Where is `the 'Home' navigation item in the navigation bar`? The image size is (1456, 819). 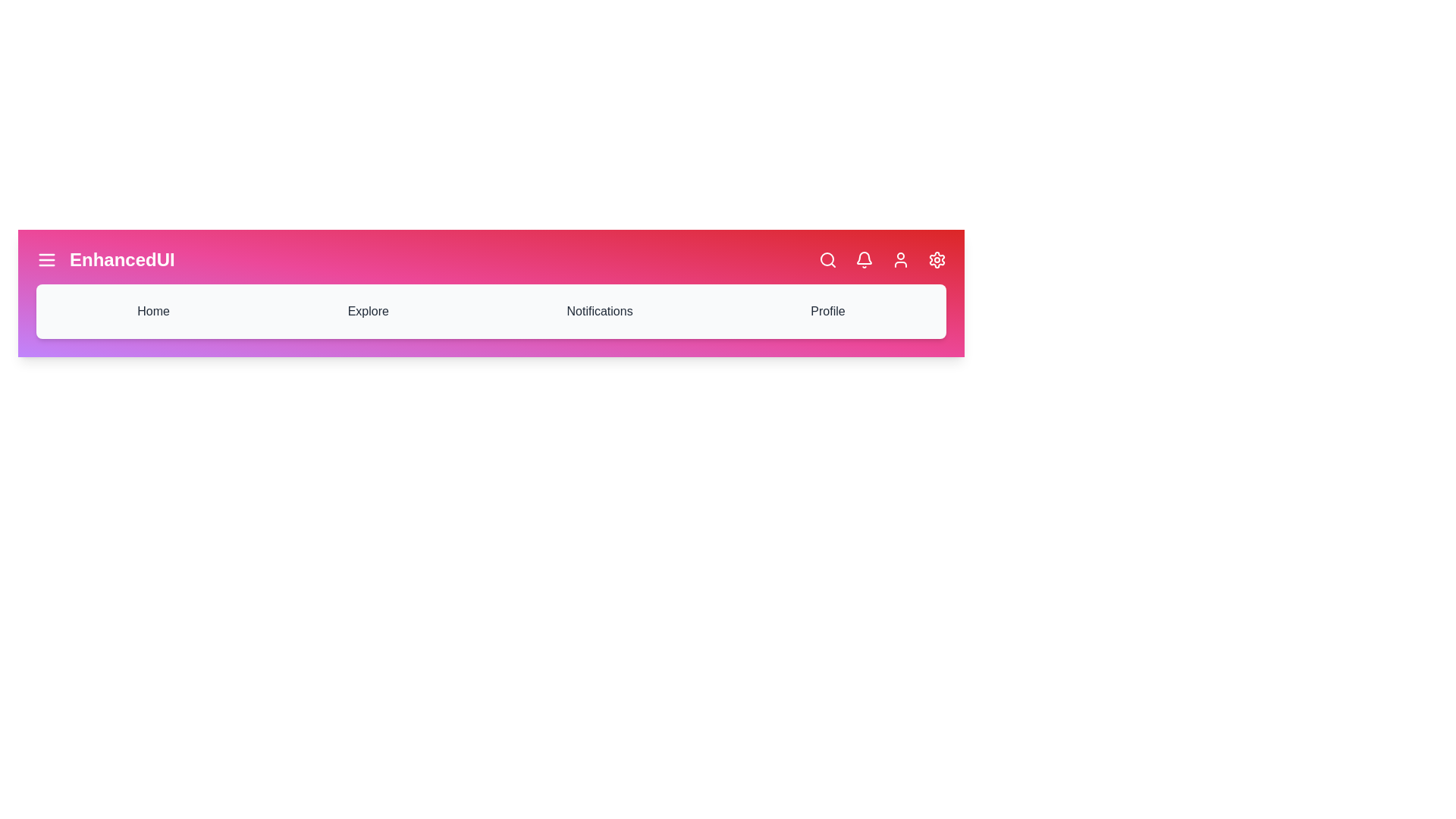 the 'Home' navigation item in the navigation bar is located at coordinates (152, 311).